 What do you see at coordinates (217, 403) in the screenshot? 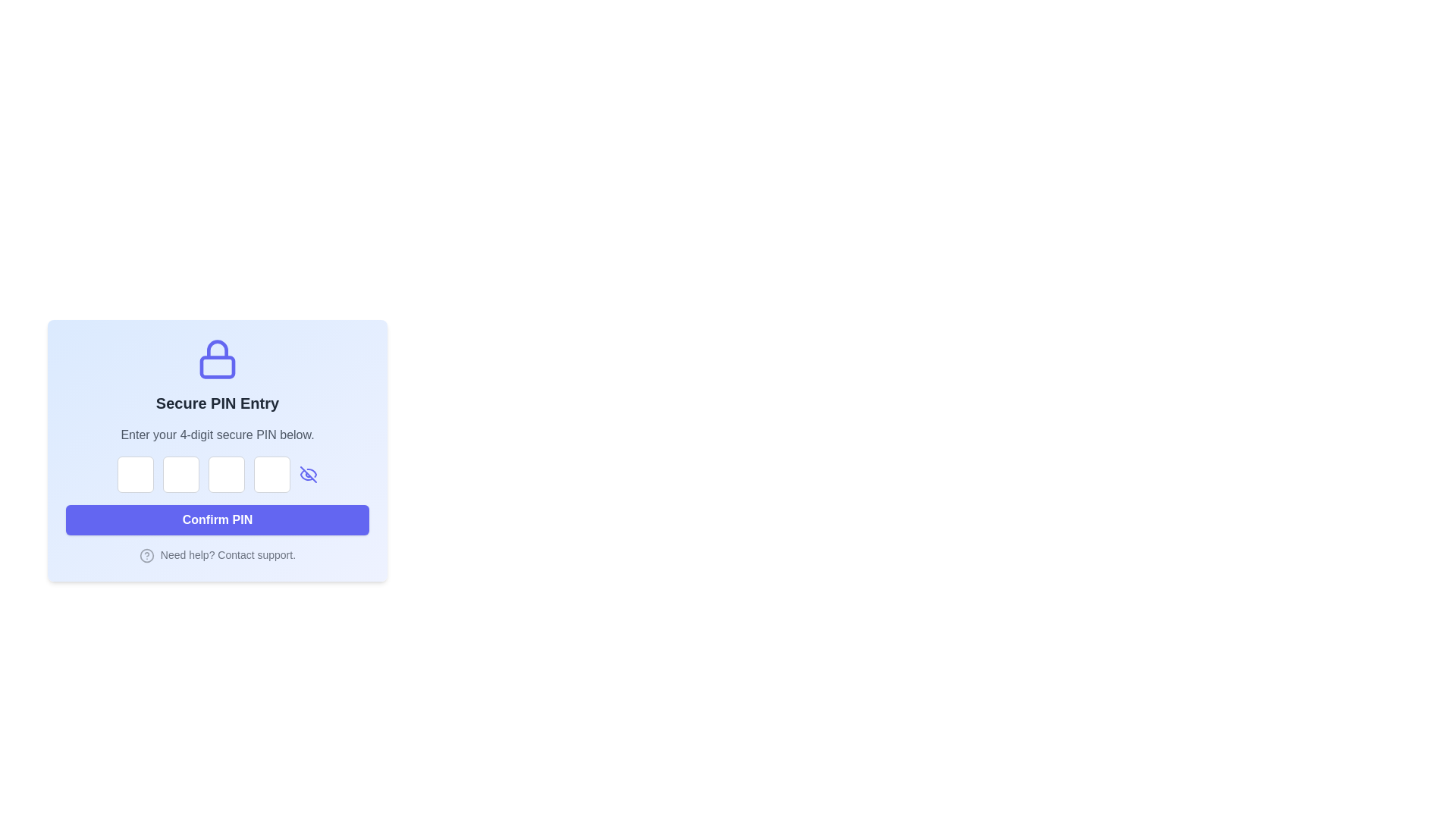
I see `the 'Secure PIN Entry' text label, which is displayed in bold and larger font, styled in dark gray, and located centrally at the top of a card interface` at bounding box center [217, 403].